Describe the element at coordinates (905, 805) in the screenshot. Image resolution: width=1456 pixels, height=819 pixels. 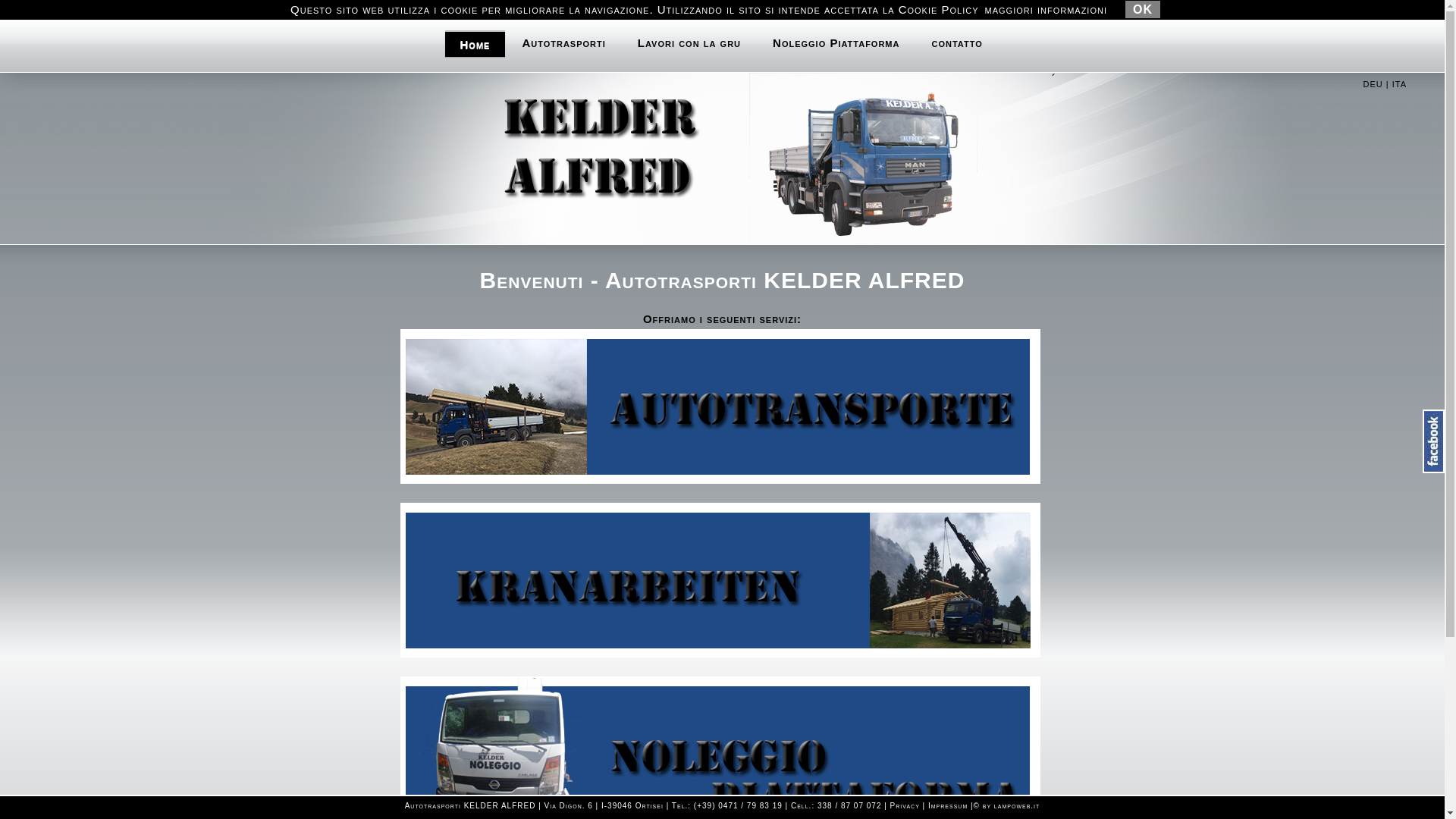
I see `'Privacy'` at that location.